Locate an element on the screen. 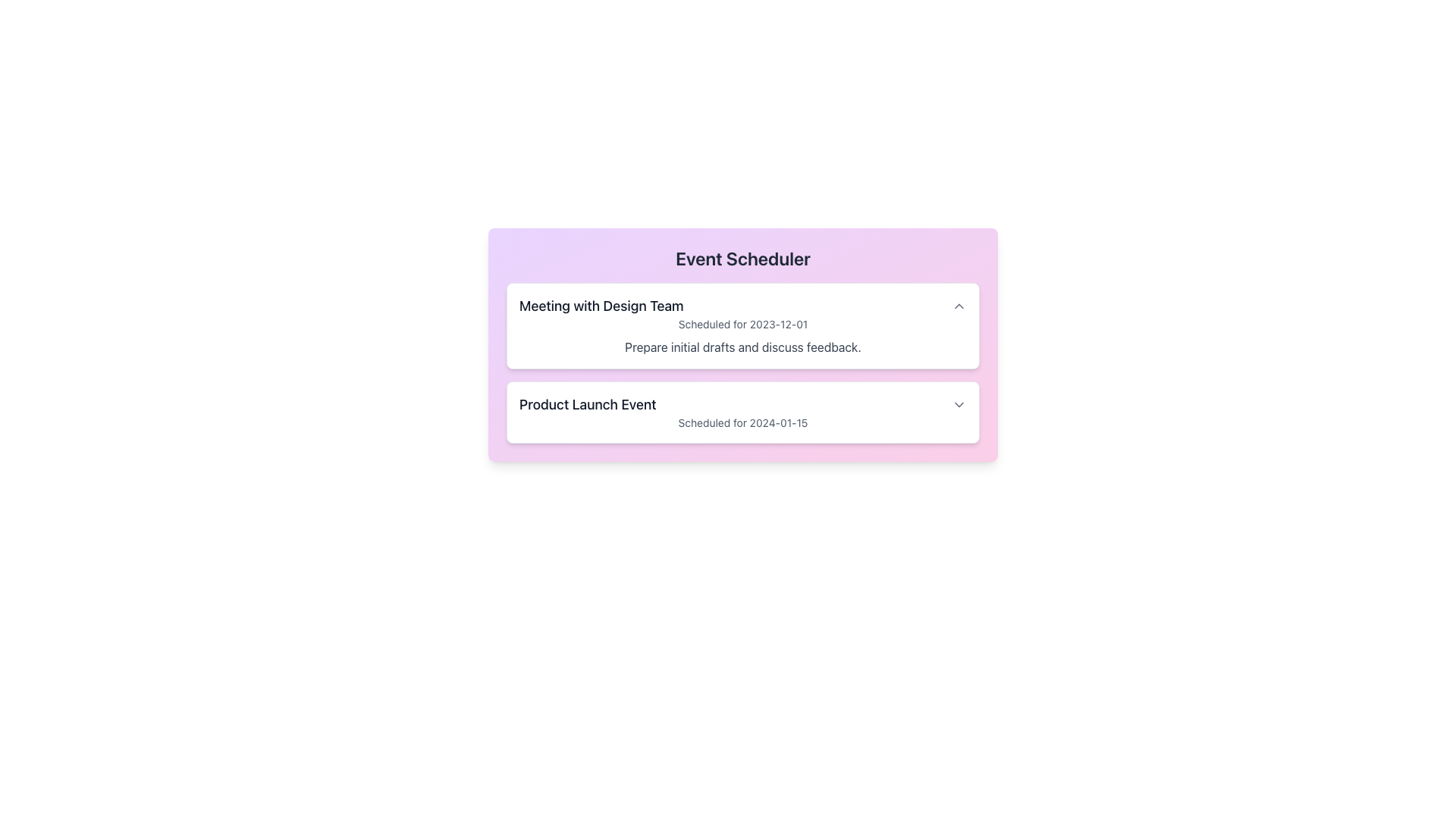 The height and width of the screenshot is (819, 1456). the text element that provides a description or note regarding the scheduled event, located below the title 'Meeting with Design Team' and the date 'Scheduled for 2023-12-01' is located at coordinates (742, 347).